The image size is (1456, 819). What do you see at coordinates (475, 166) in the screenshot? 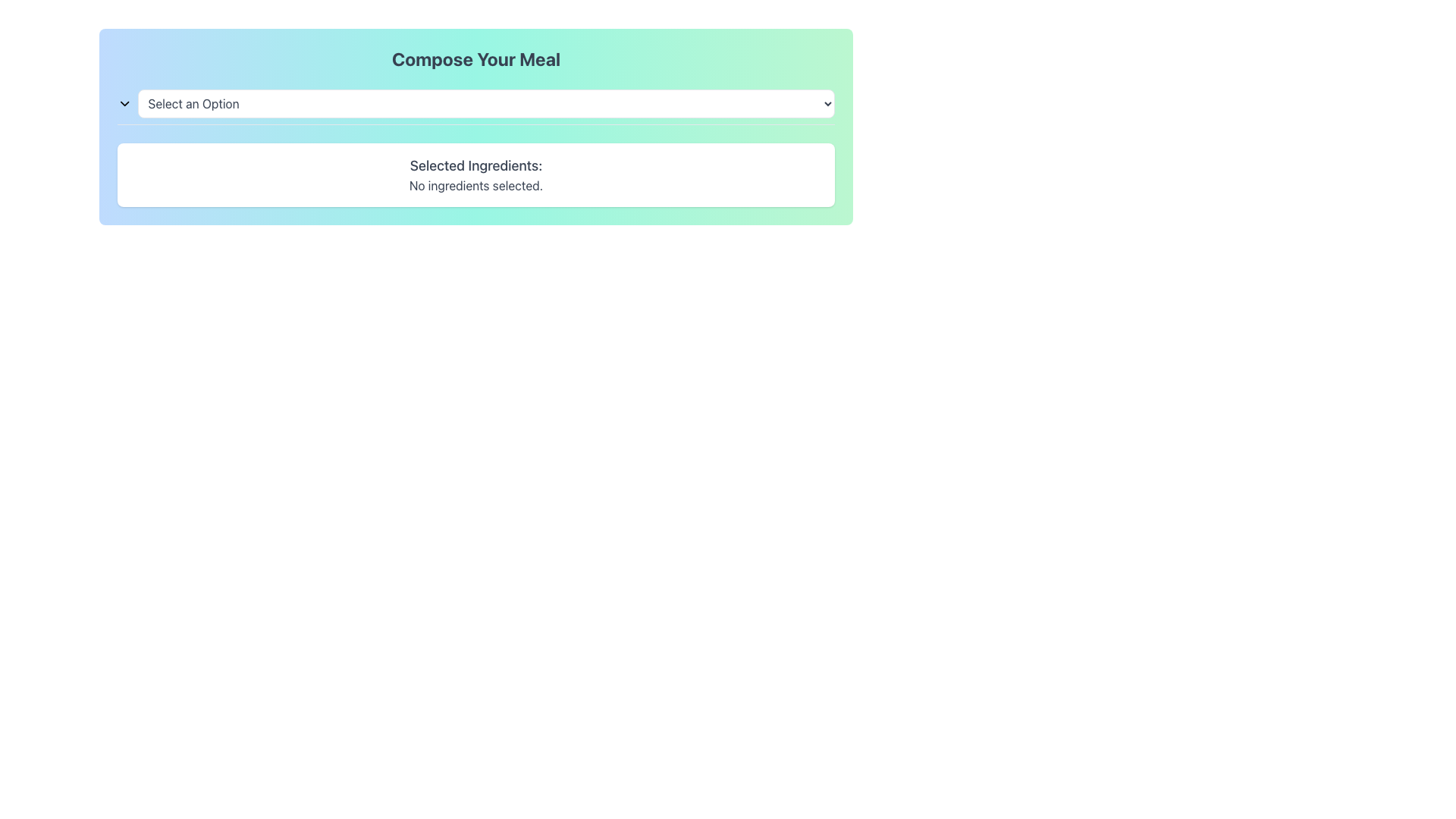
I see `text label stating 'Selected Ingredients:' which is a bold header positioned above the text 'No ingredients selected.'` at bounding box center [475, 166].